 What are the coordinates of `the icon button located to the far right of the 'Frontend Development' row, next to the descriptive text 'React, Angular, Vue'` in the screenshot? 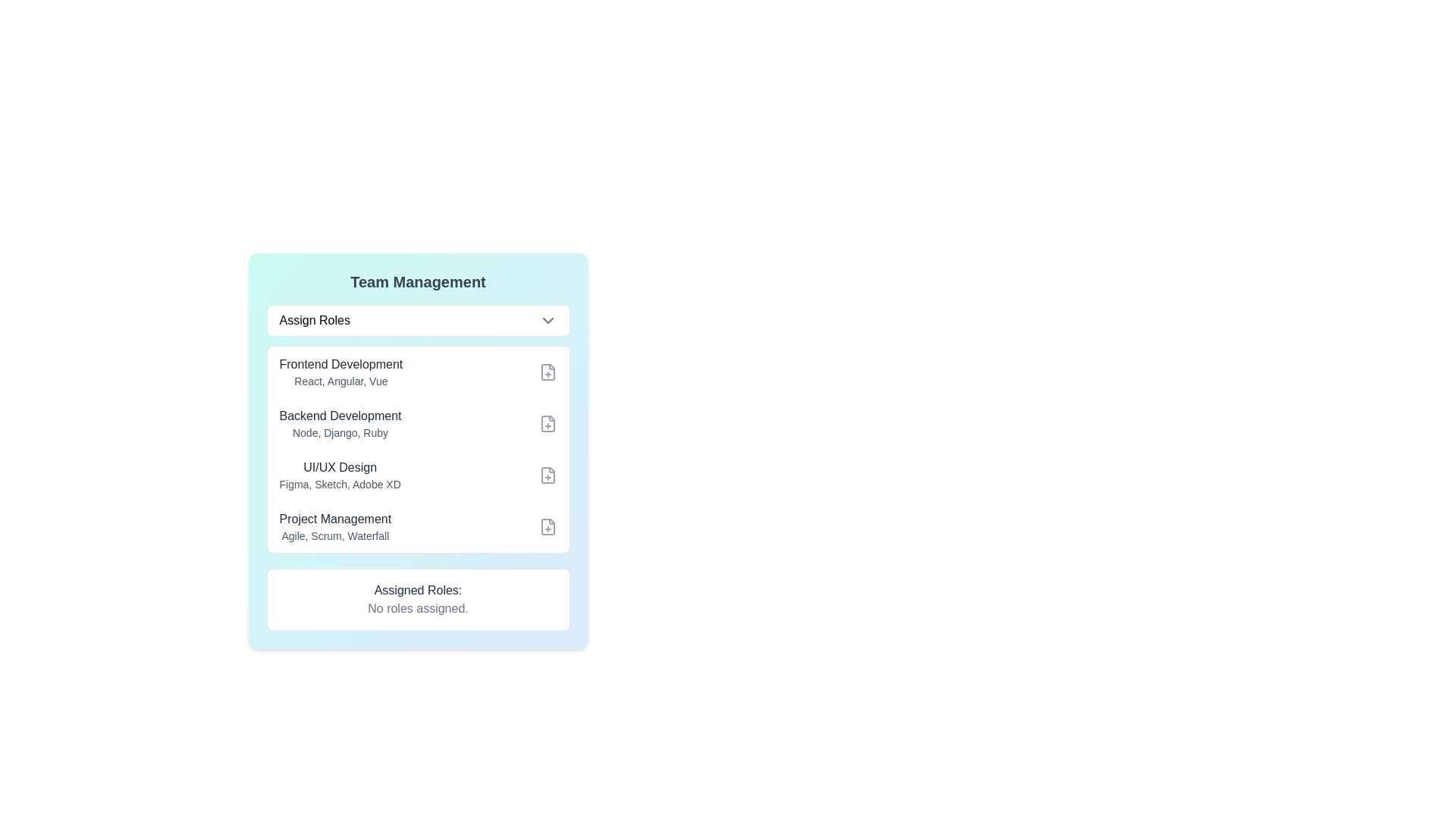 It's located at (547, 372).